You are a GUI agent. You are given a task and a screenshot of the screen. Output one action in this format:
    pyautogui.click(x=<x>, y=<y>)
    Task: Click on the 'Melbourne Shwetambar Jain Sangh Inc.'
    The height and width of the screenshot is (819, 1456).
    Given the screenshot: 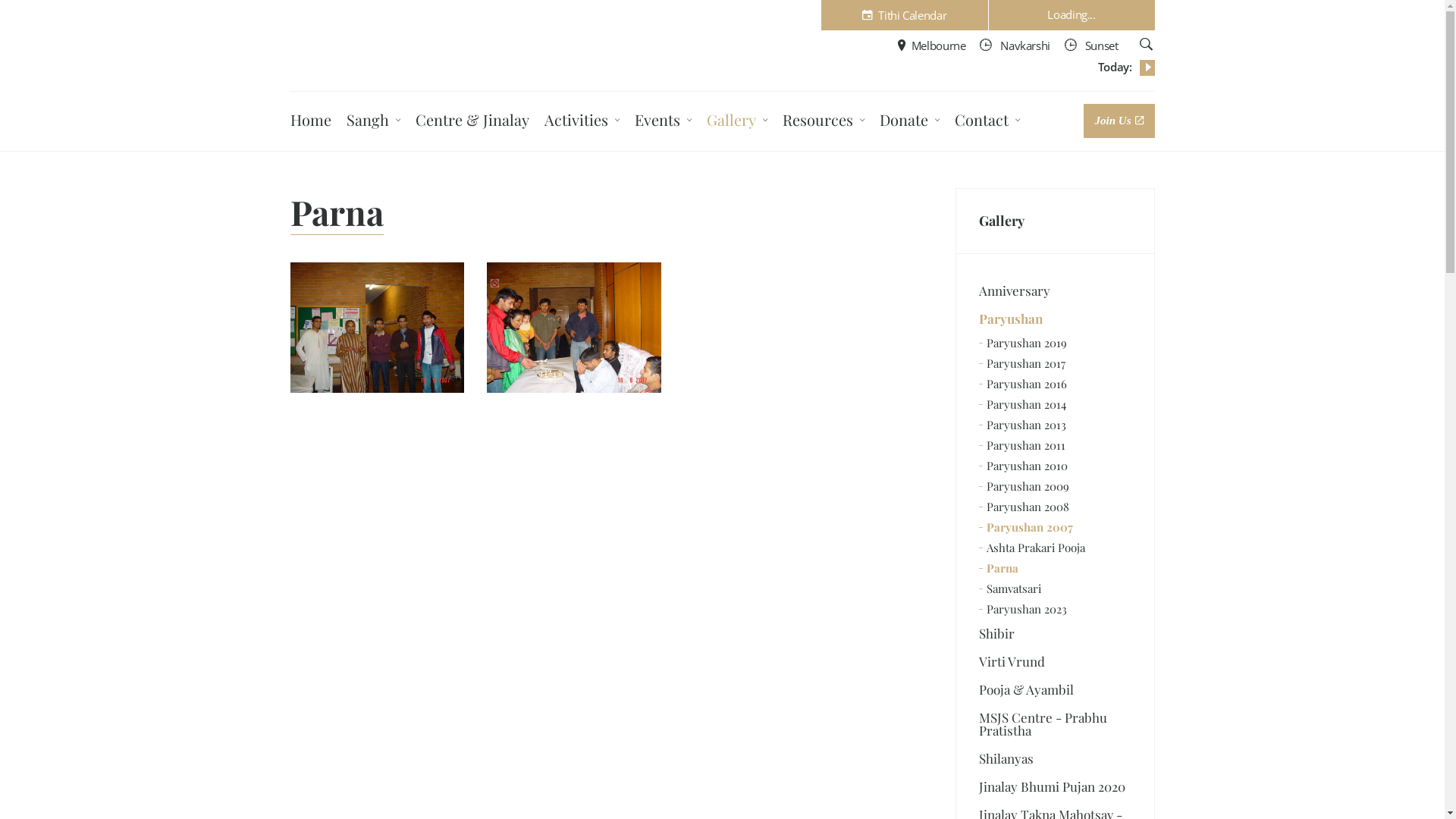 What is the action you would take?
    pyautogui.click(x=371, y=42)
    